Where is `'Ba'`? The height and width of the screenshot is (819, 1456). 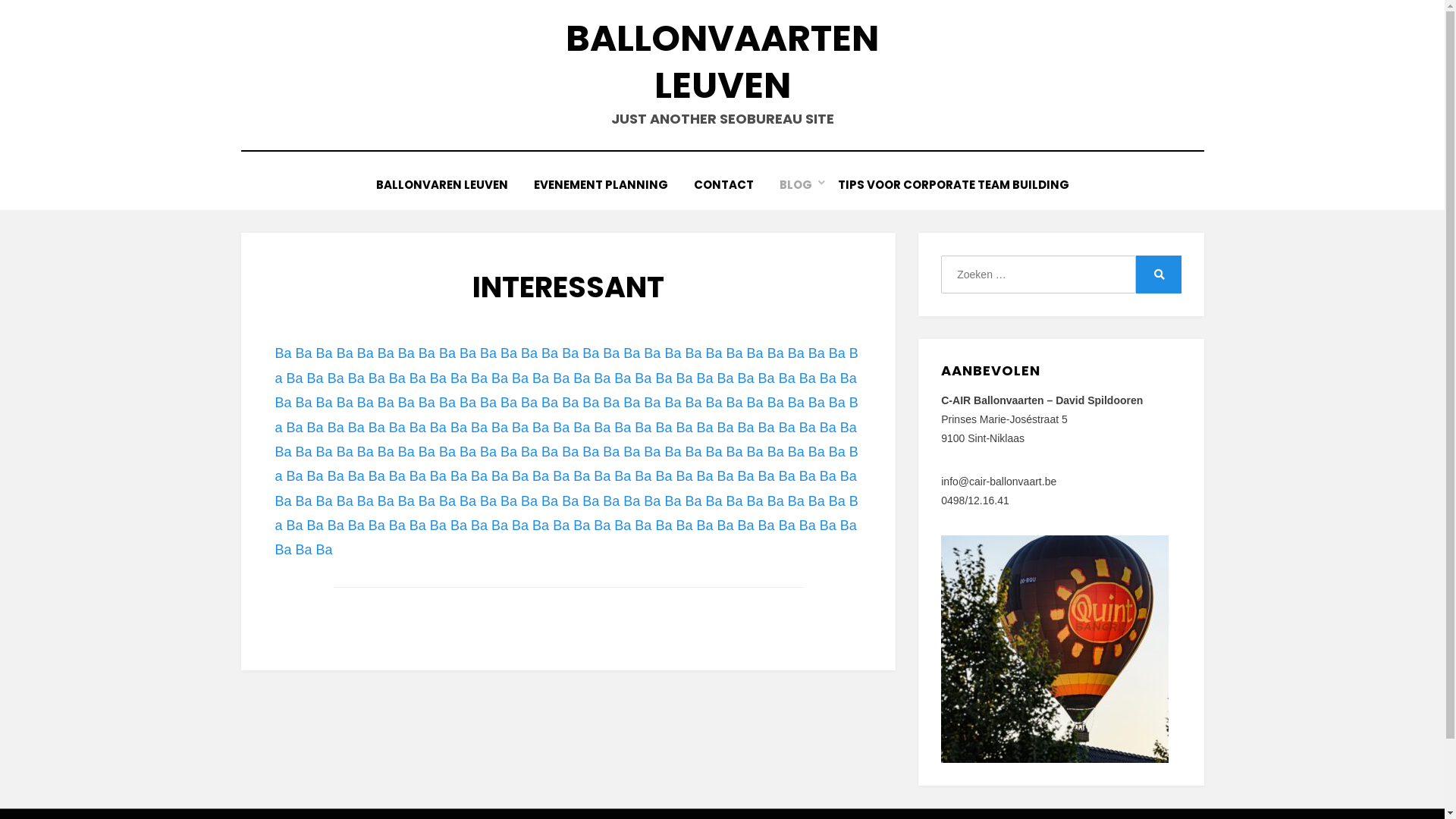
'Ba' is located at coordinates (695, 427).